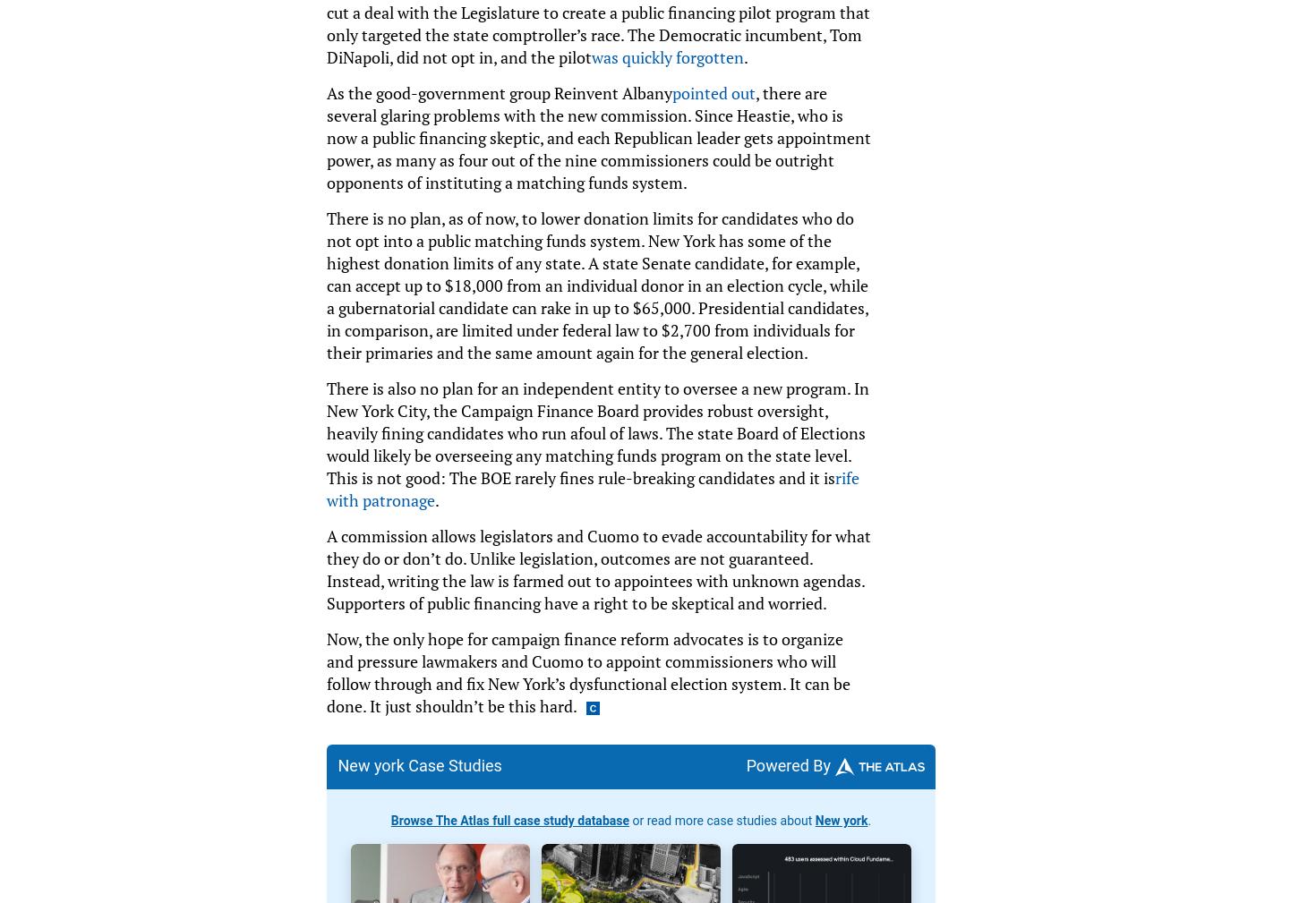  Describe the element at coordinates (587, 671) in the screenshot. I see `'Now, the only hope for campaign finance reform advocates is to organize and pressure lawmakers and Cuomo to appoint commissioners who will follow through and fix New York’s dysfunctional election system. It can be done. It just shouldn’t be this hard.'` at that location.